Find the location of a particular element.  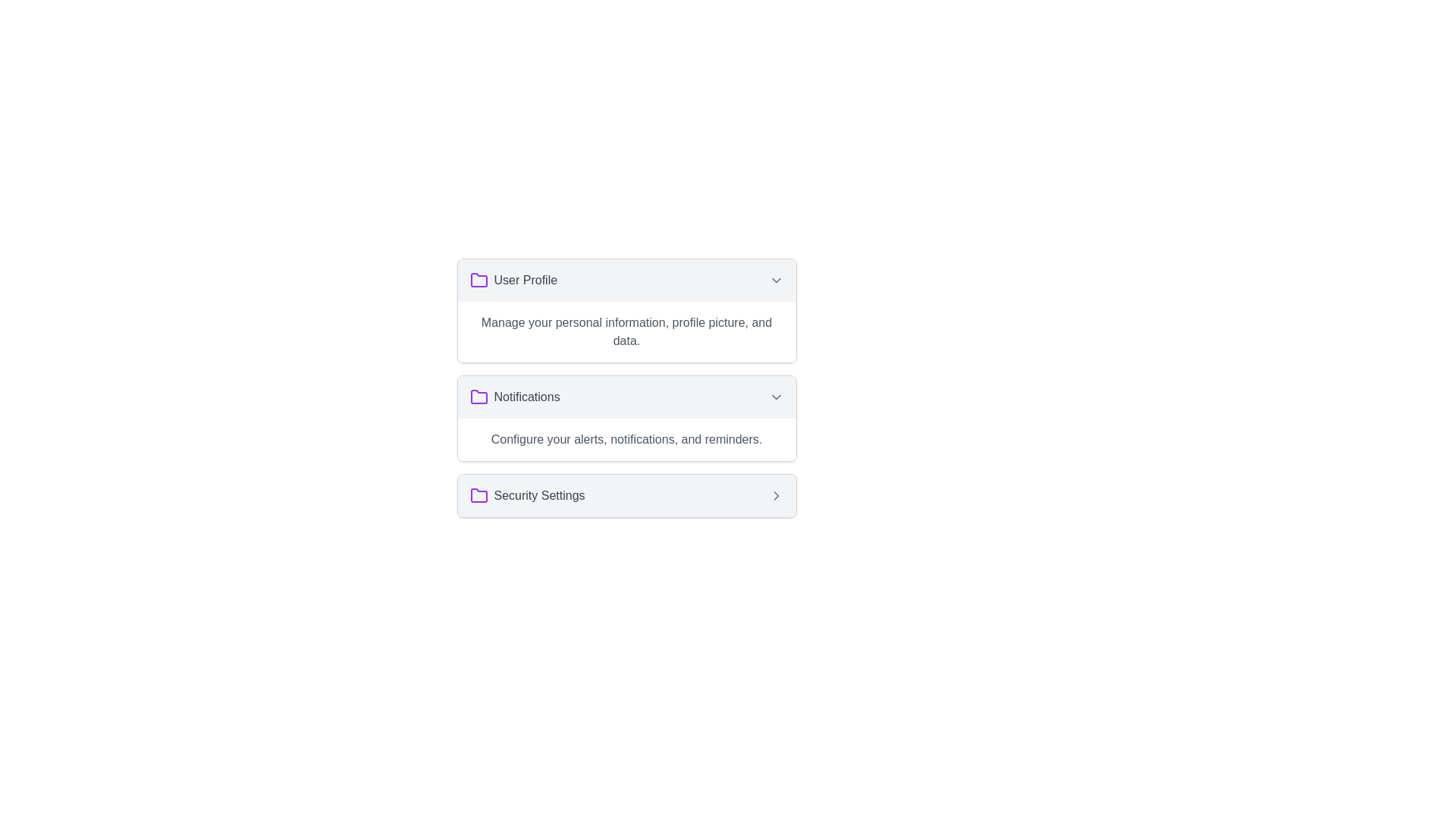

the 'User Profile' menu item label, which is a static label positioned on the left-hand side of the first section of a vertically stacked menu interface is located at coordinates (513, 281).